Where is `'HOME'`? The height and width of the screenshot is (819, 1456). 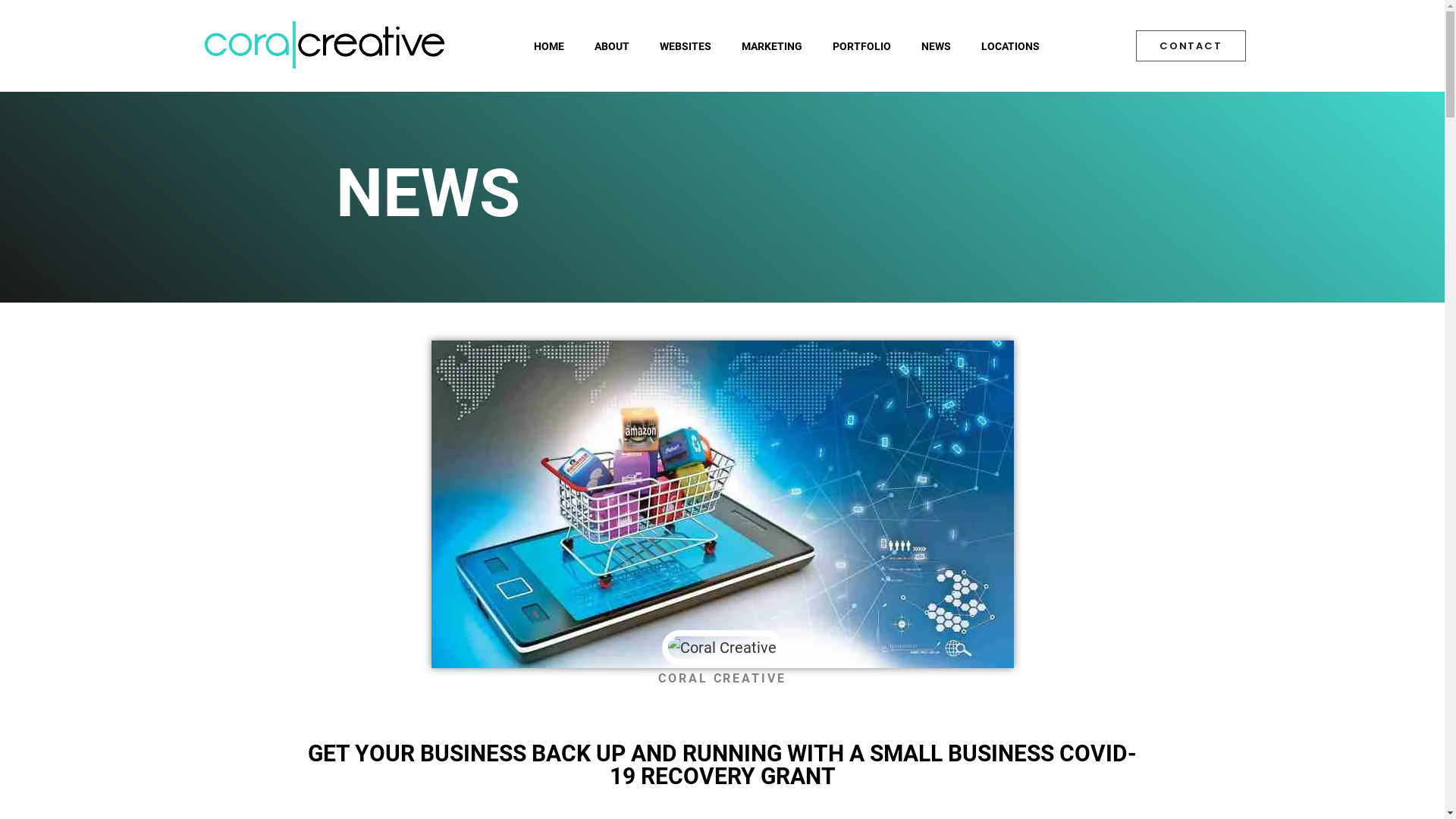
'HOME' is located at coordinates (548, 45).